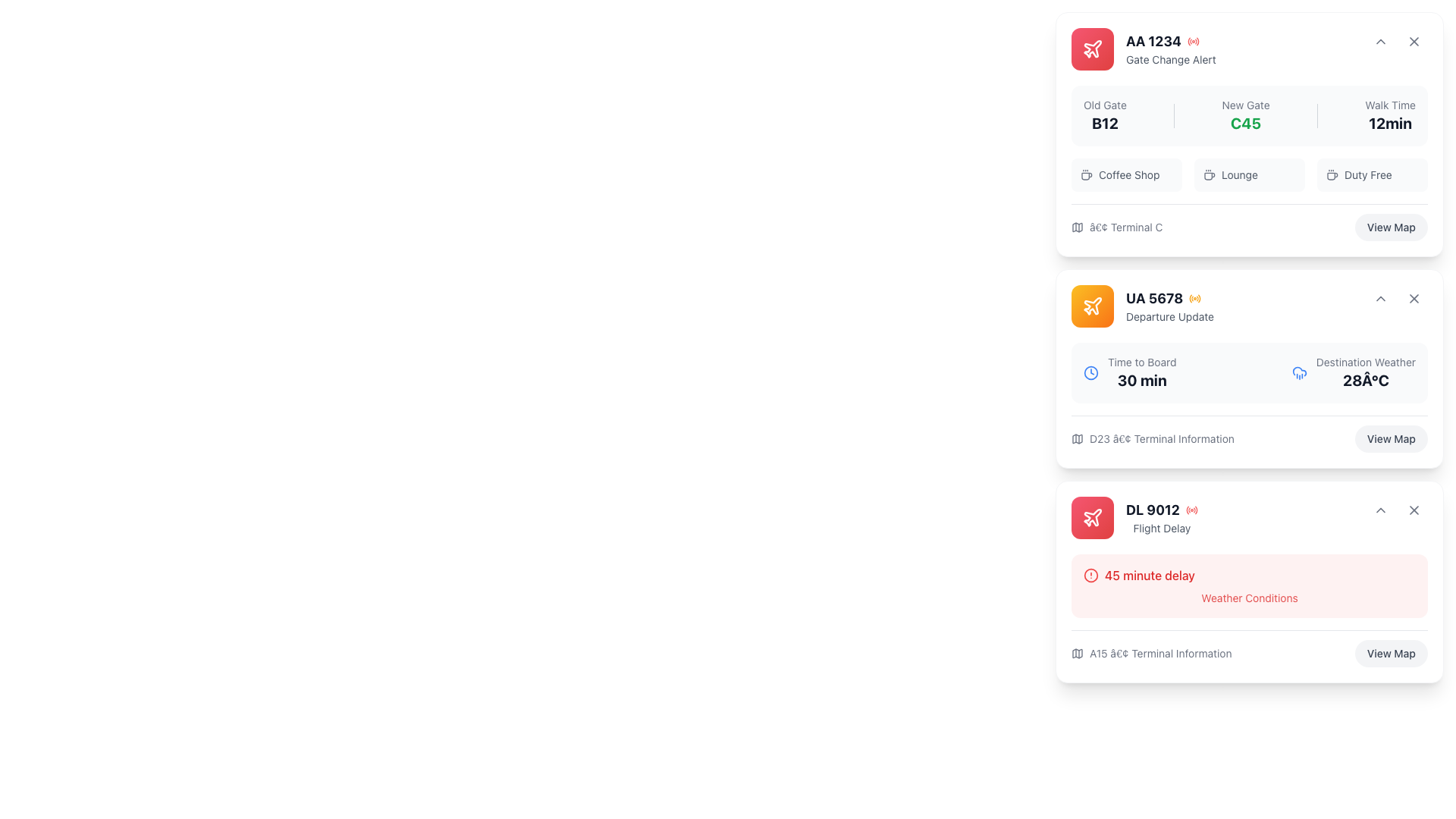  What do you see at coordinates (1105, 122) in the screenshot?
I see `the bold static text label displaying 'B12' in dark-gray color, which is positioned below 'Old Gate' within the flight information card for flight 'AA 1234'` at bounding box center [1105, 122].